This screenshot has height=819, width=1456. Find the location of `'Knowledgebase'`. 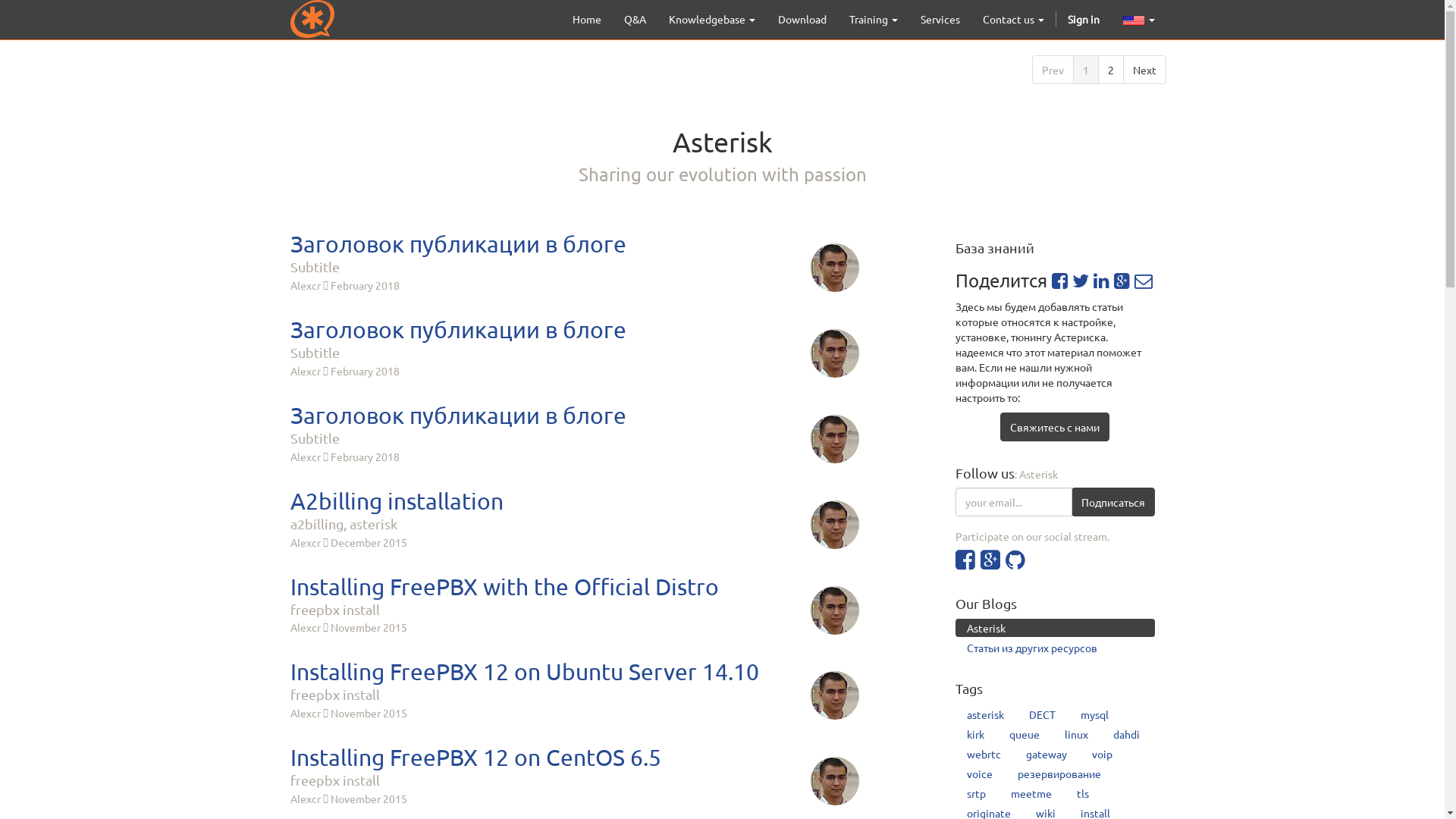

'Knowledgebase' is located at coordinates (710, 18).